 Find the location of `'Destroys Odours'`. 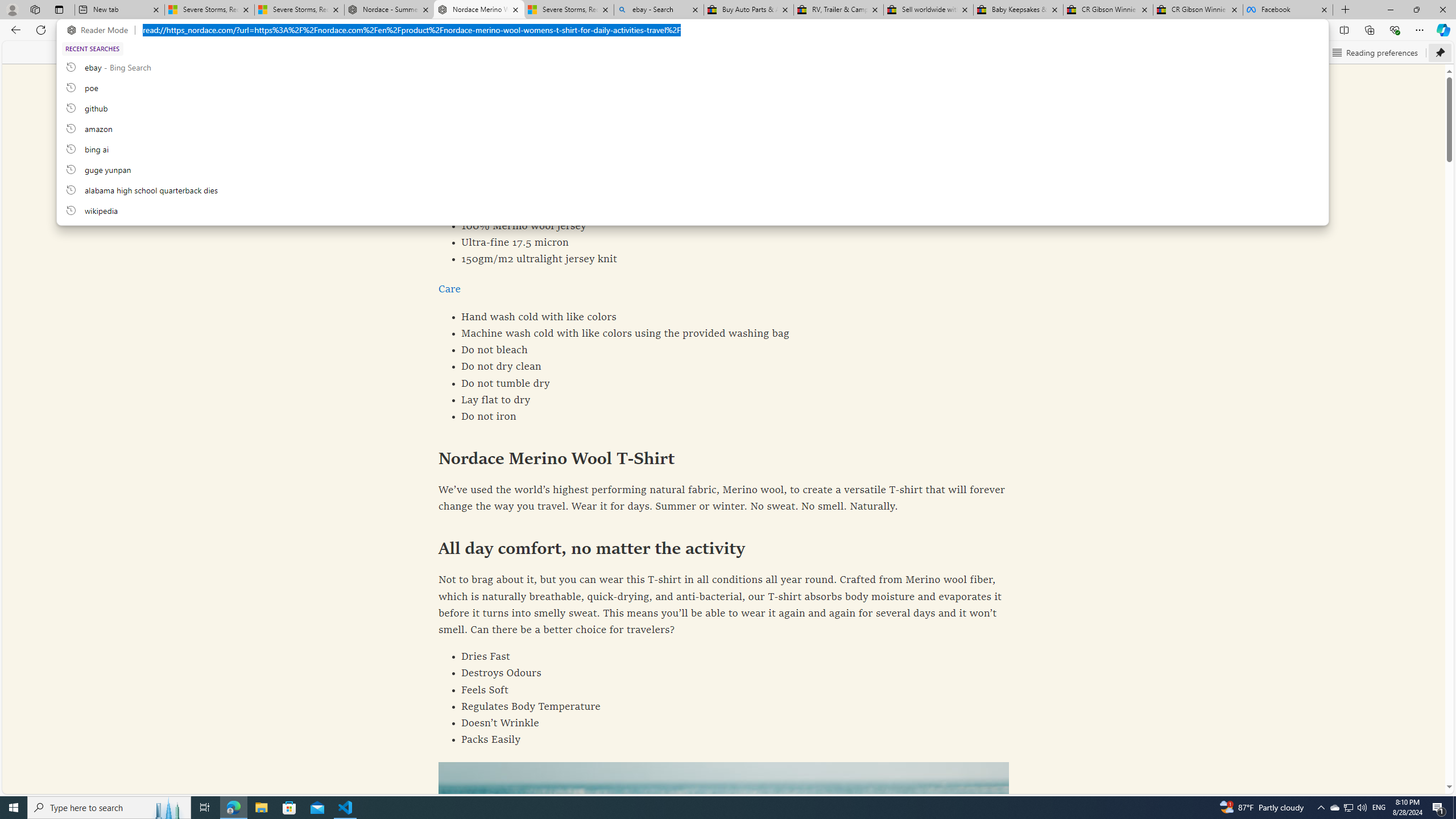

'Destroys Odours' is located at coordinates (723, 673).